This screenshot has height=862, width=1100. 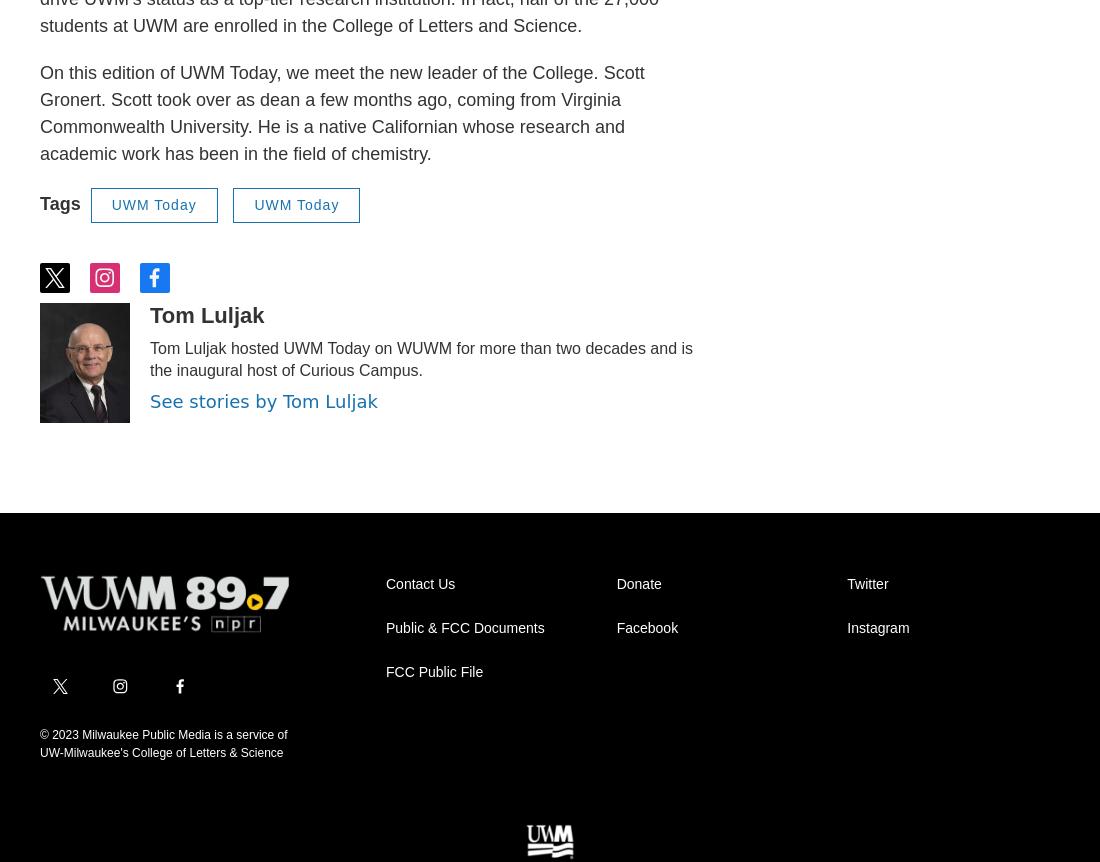 I want to click on '© 2023  Milwaukee Public Media is a service of UW-Milwaukee's College of Letters & Science', so click(x=162, y=743).